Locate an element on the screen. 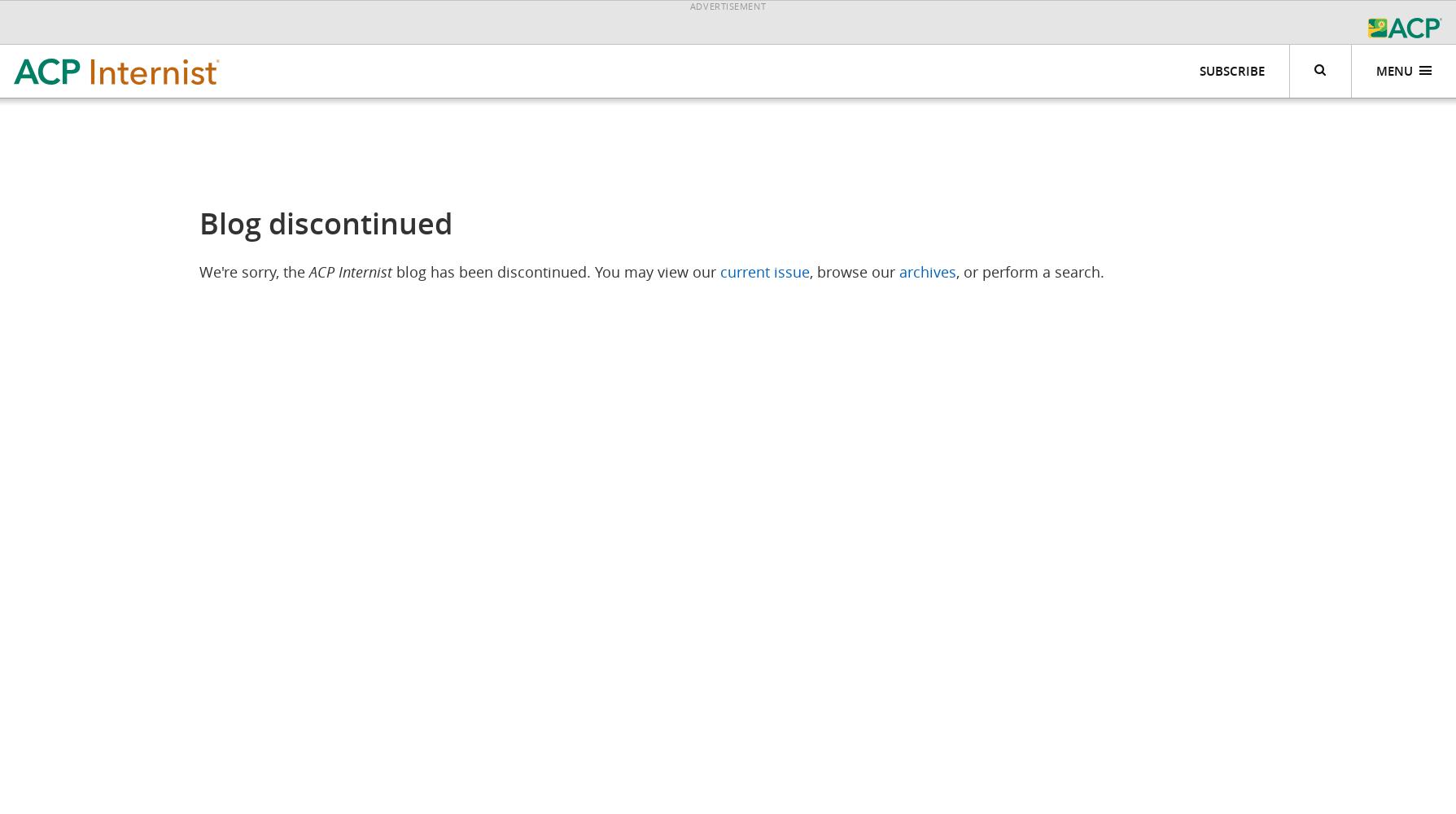  'blog has been discontinued. You may view our' is located at coordinates (555, 271).